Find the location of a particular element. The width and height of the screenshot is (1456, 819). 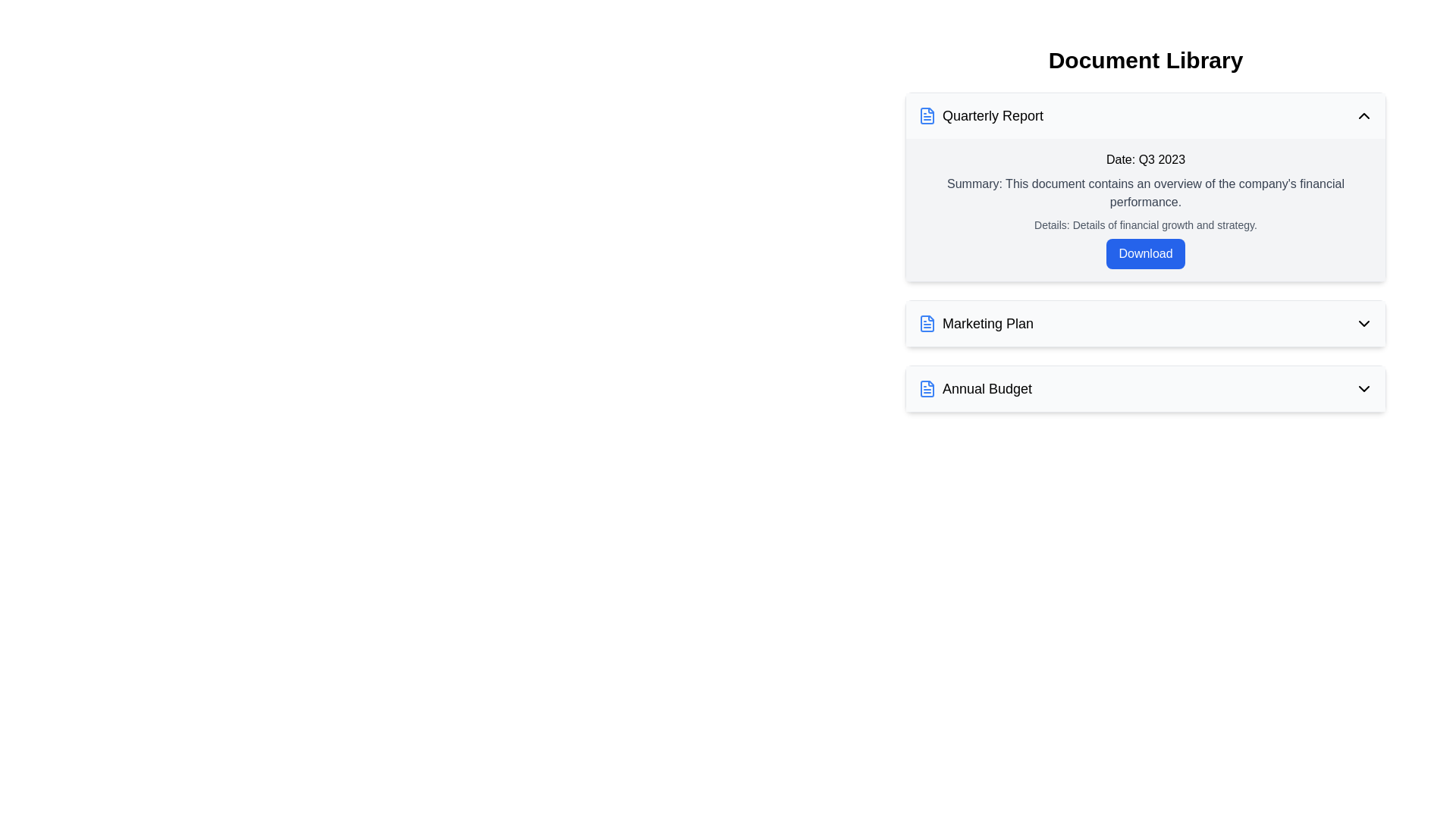

the 'Annual Budget' labeled icon is located at coordinates (975, 388).